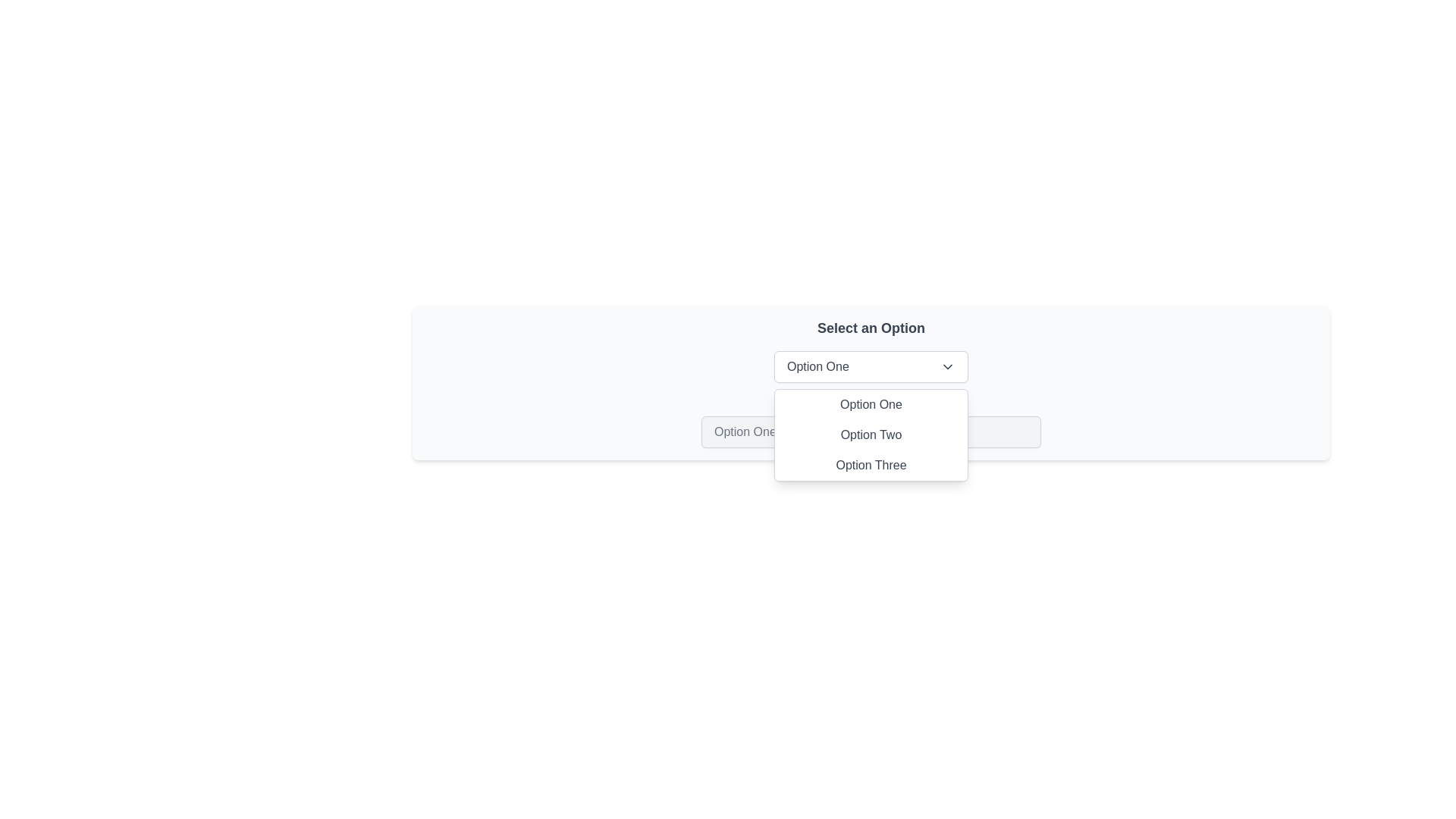  Describe the element at coordinates (871, 464) in the screenshot. I see `the 'Option Three' item in the dropdown menu, which is styled in a standard sans-serif font and changes to light blue when hovered over` at that location.